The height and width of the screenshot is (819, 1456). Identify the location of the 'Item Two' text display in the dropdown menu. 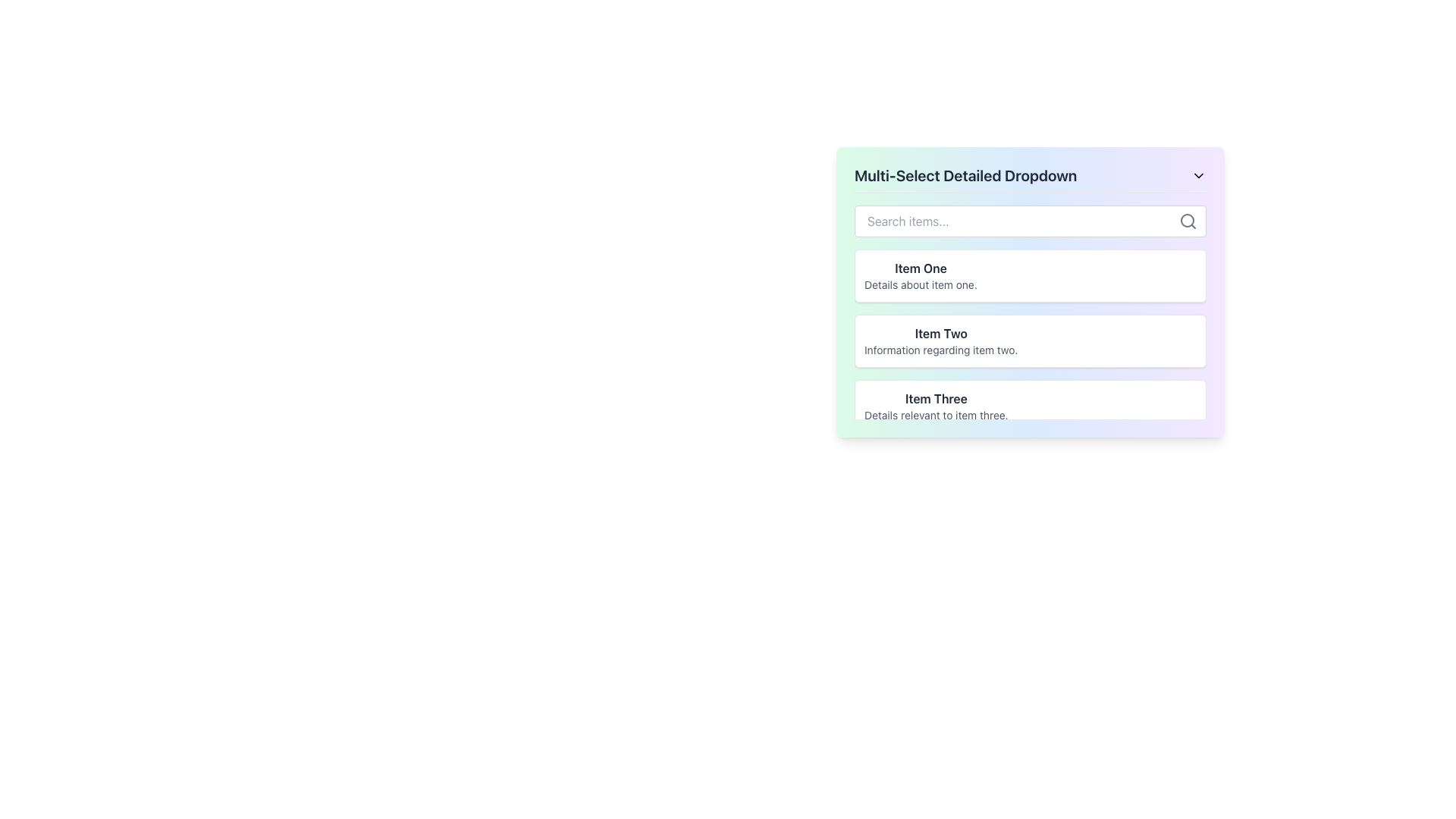
(940, 341).